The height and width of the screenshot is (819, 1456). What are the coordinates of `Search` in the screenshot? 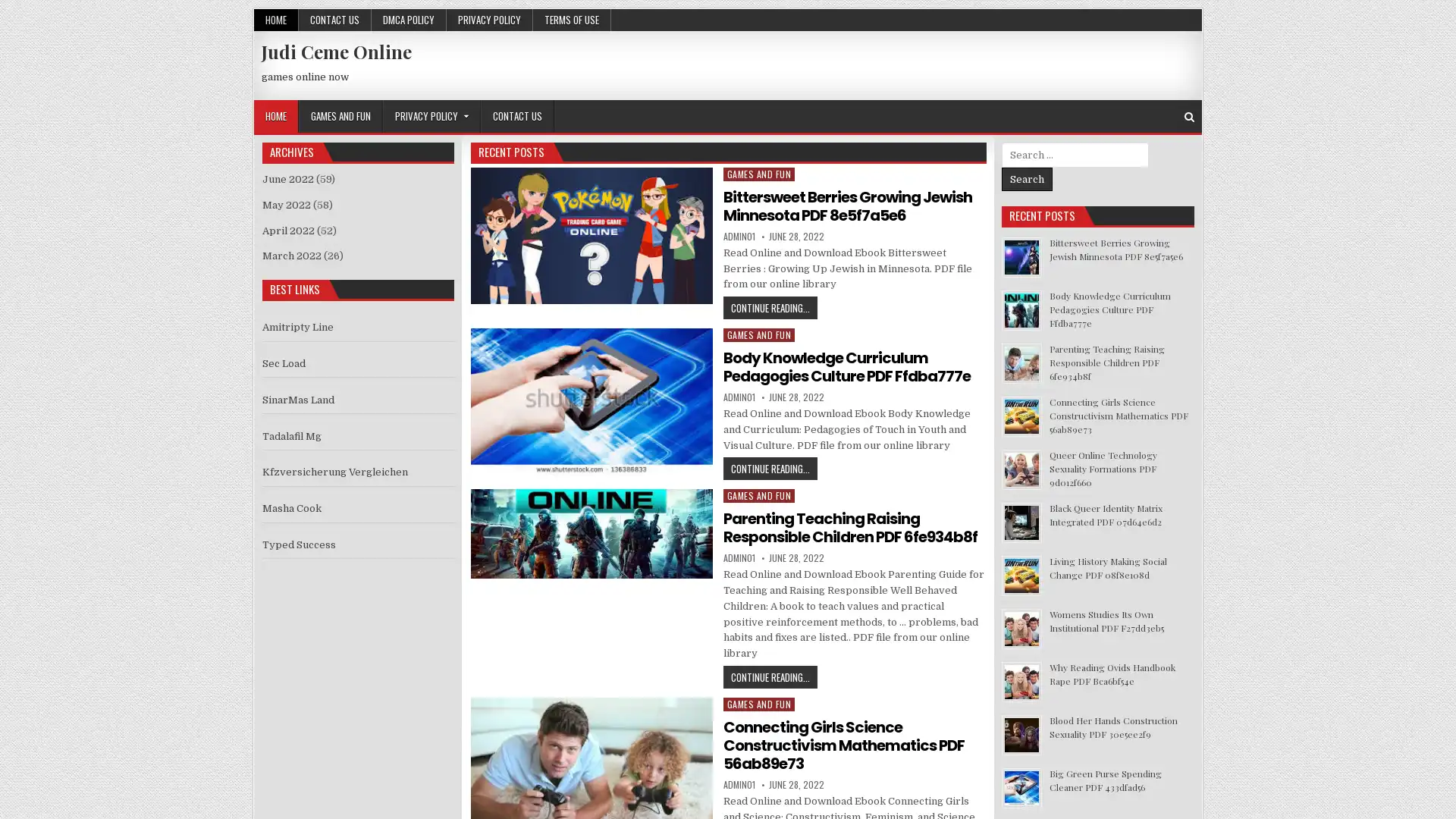 It's located at (1027, 178).